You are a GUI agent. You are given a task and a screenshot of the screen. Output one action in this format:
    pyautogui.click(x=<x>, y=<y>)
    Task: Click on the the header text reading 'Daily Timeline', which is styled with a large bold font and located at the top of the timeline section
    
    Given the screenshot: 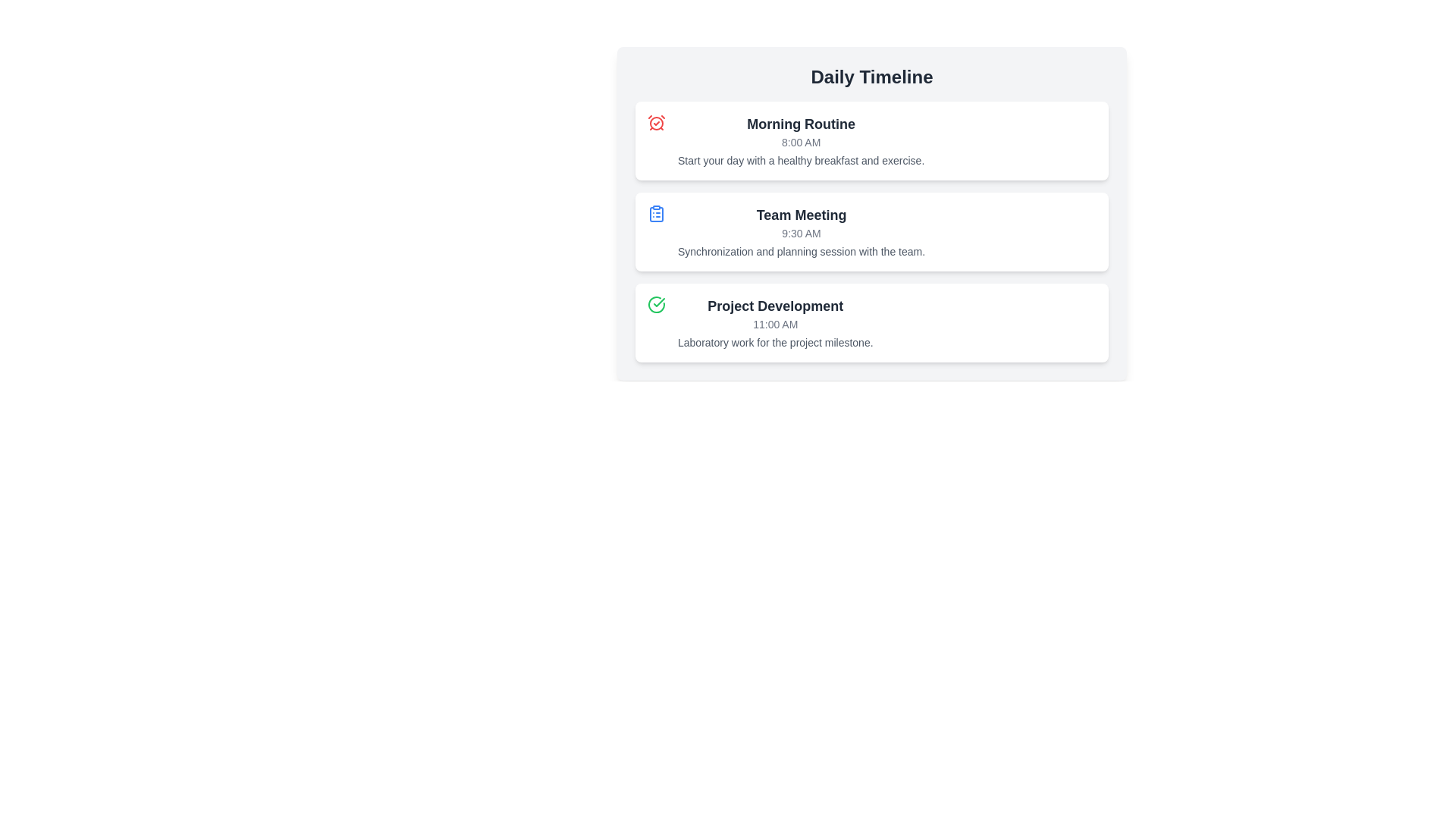 What is the action you would take?
    pyautogui.click(x=872, y=77)
    